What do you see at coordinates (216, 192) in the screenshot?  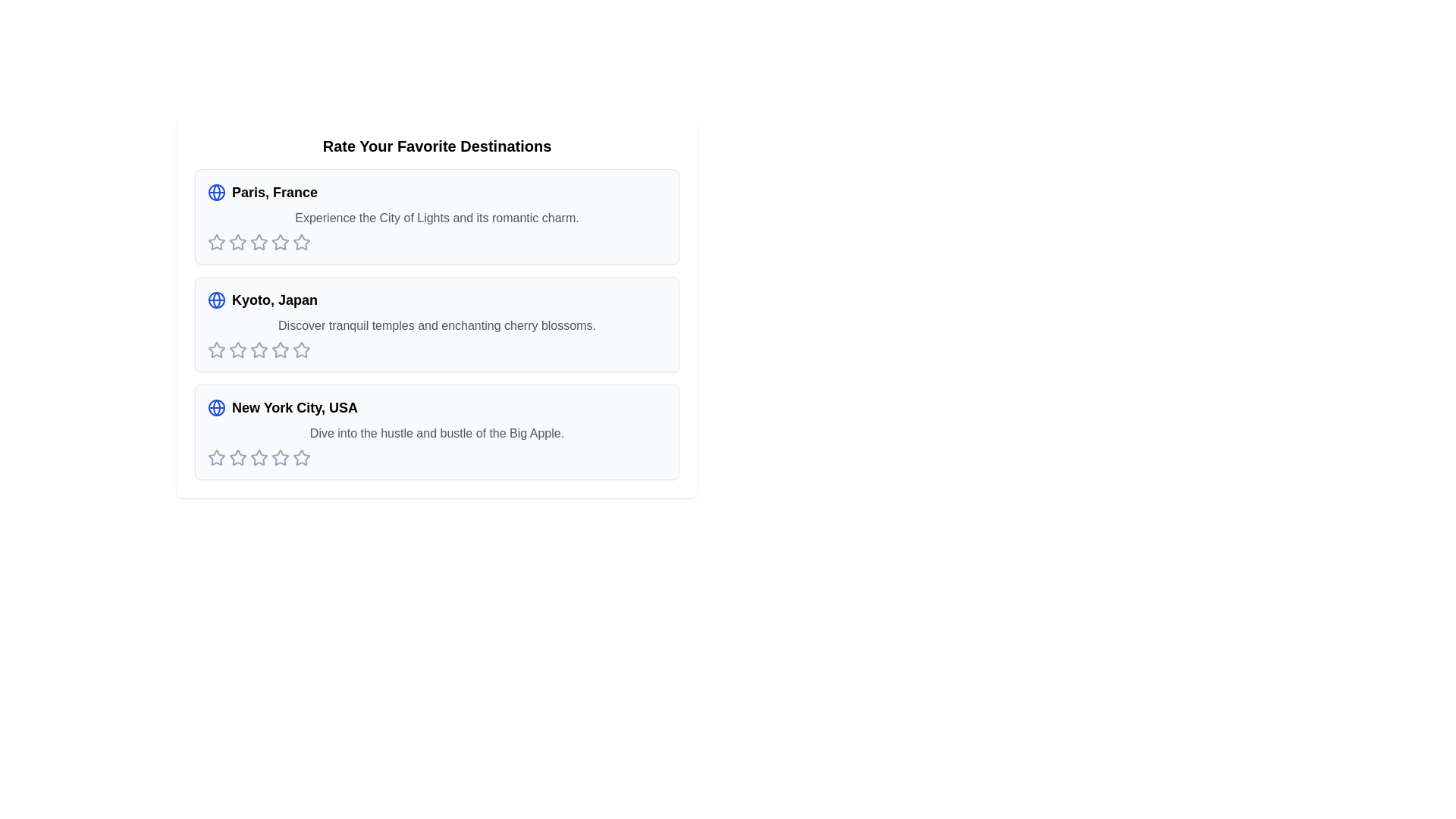 I see `the globe icon representing 'Paris, France' in the 'Rate Your Favorite Destinations' section` at bounding box center [216, 192].